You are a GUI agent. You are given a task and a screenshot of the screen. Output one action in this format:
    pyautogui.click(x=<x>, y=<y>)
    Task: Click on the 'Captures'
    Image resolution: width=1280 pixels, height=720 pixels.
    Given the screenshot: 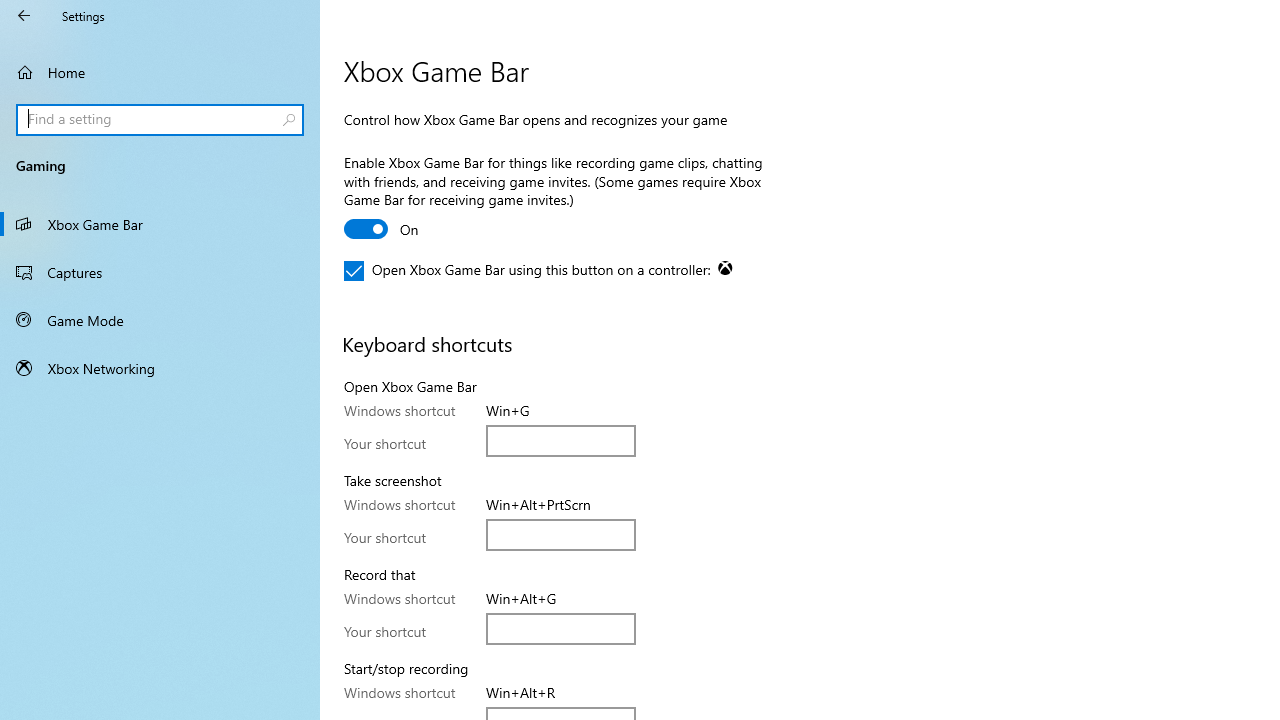 What is the action you would take?
    pyautogui.click(x=160, y=271)
    